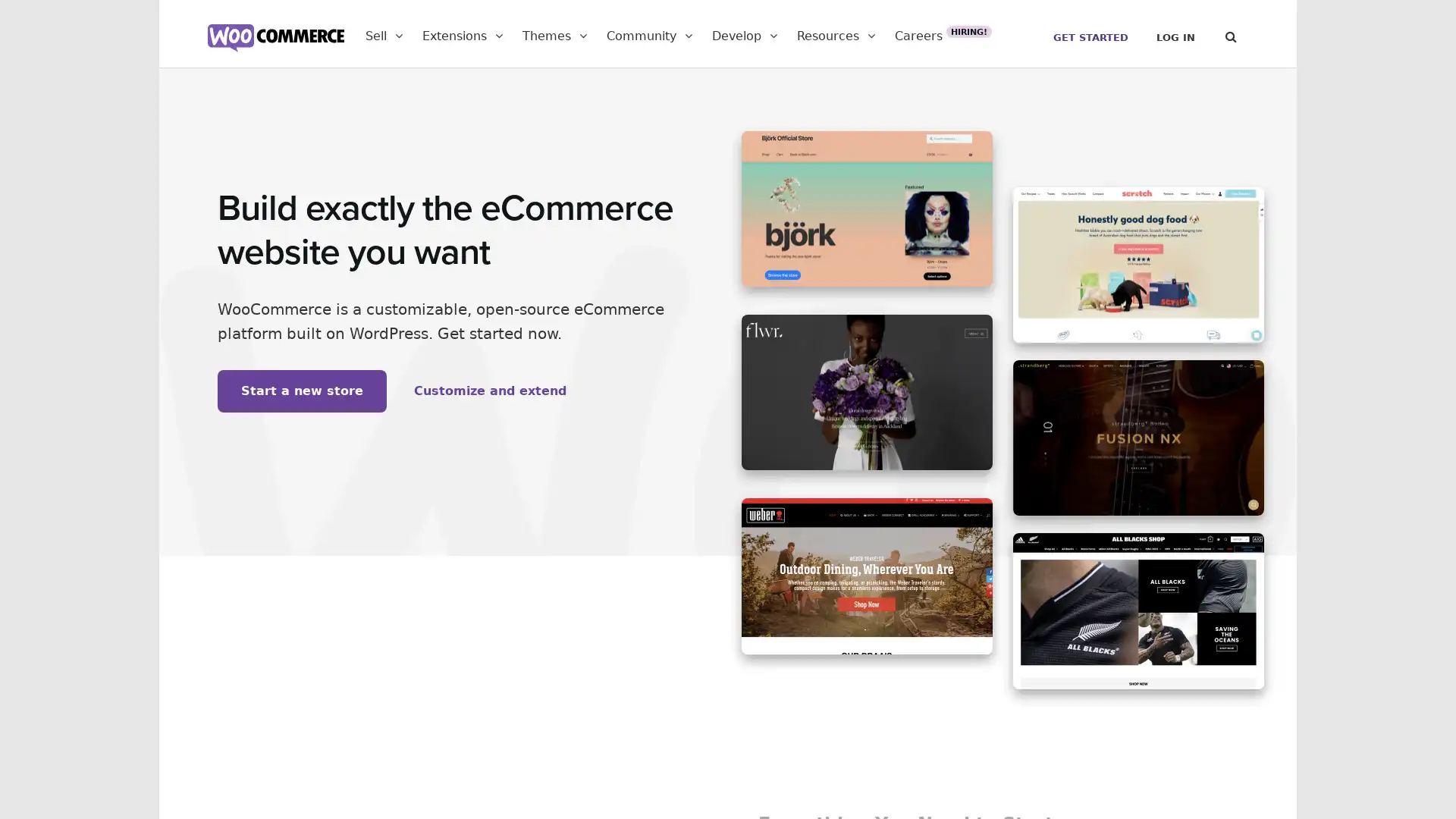  I want to click on Search, so click(1231, 36).